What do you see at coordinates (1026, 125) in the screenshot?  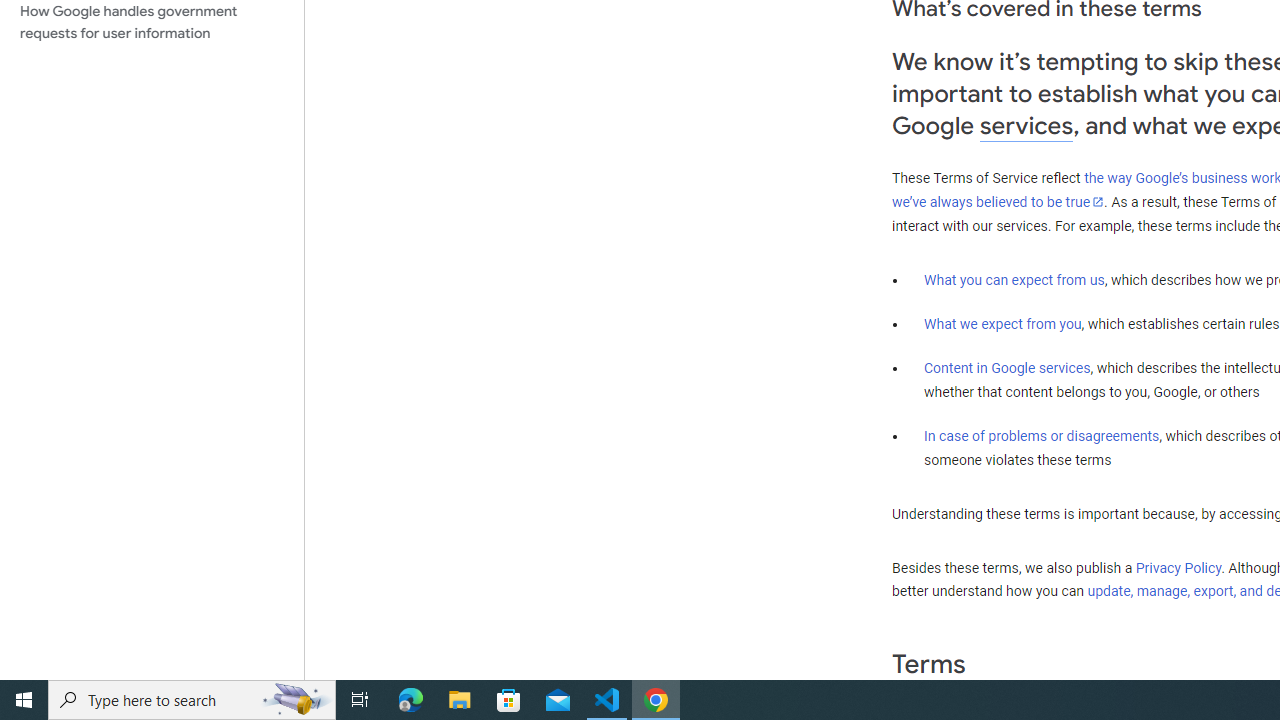 I see `'services'` at bounding box center [1026, 125].